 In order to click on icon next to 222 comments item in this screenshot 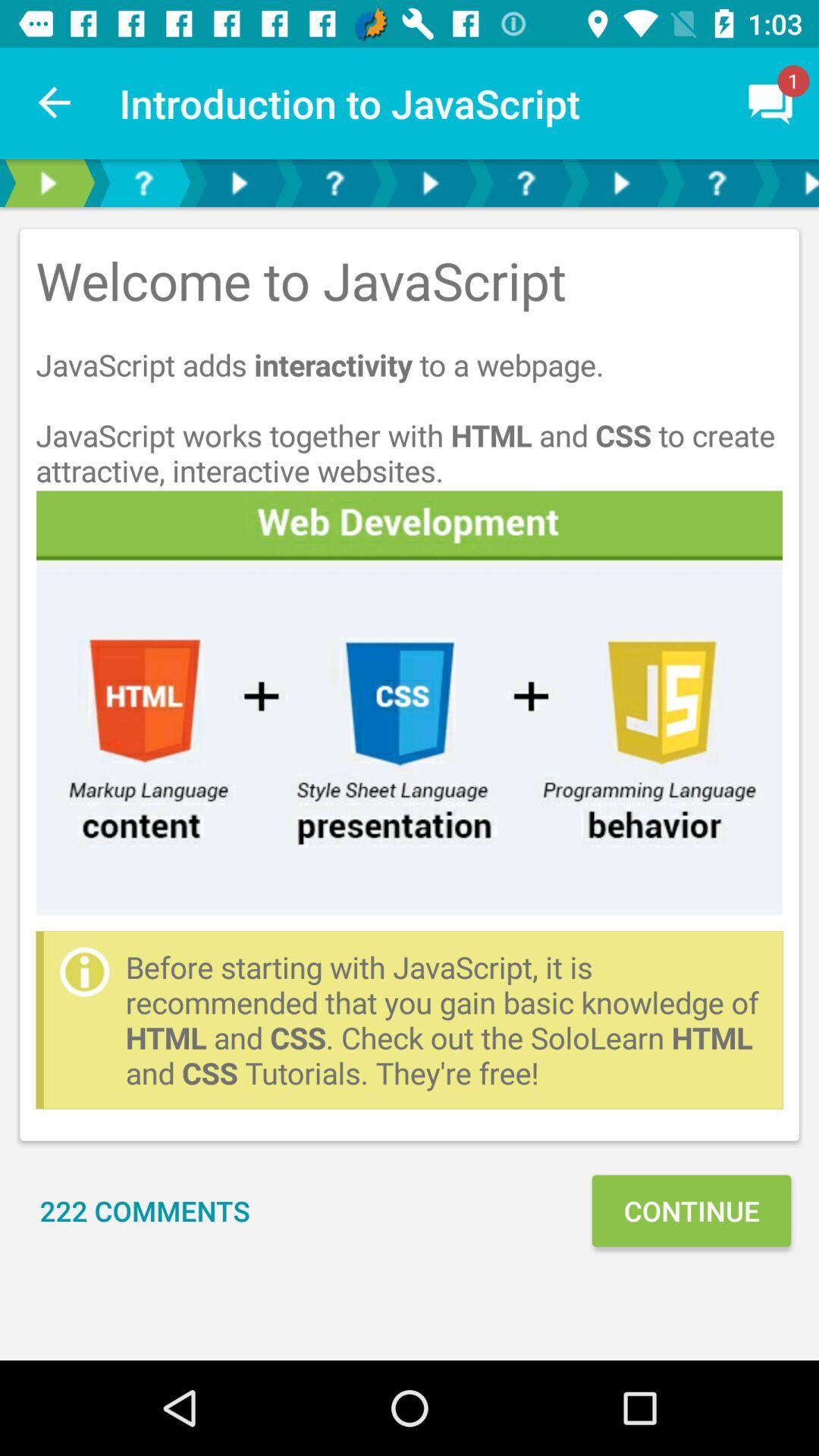, I will do `click(691, 1210)`.